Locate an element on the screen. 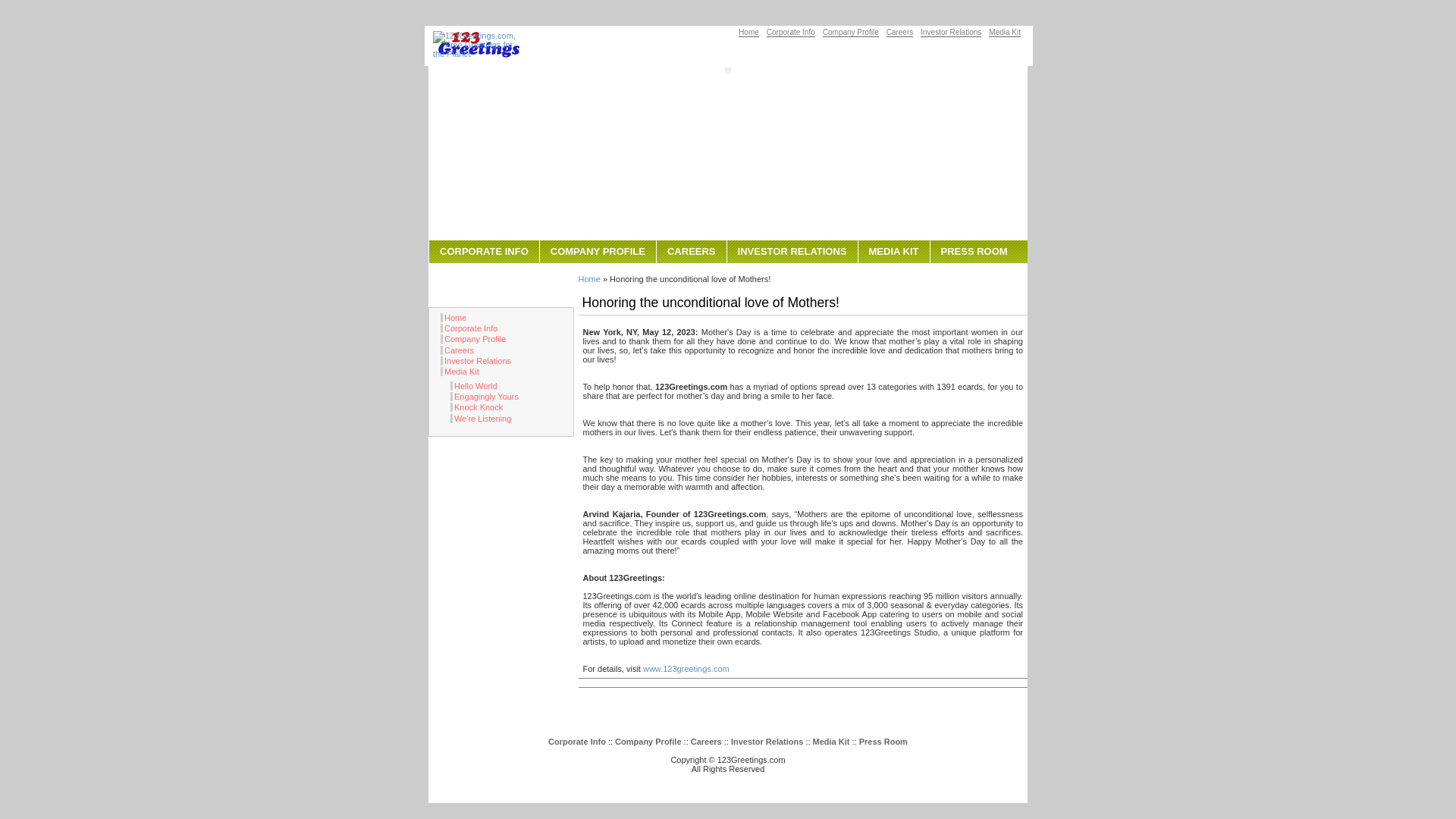  'Hello World' is located at coordinates (472, 385).